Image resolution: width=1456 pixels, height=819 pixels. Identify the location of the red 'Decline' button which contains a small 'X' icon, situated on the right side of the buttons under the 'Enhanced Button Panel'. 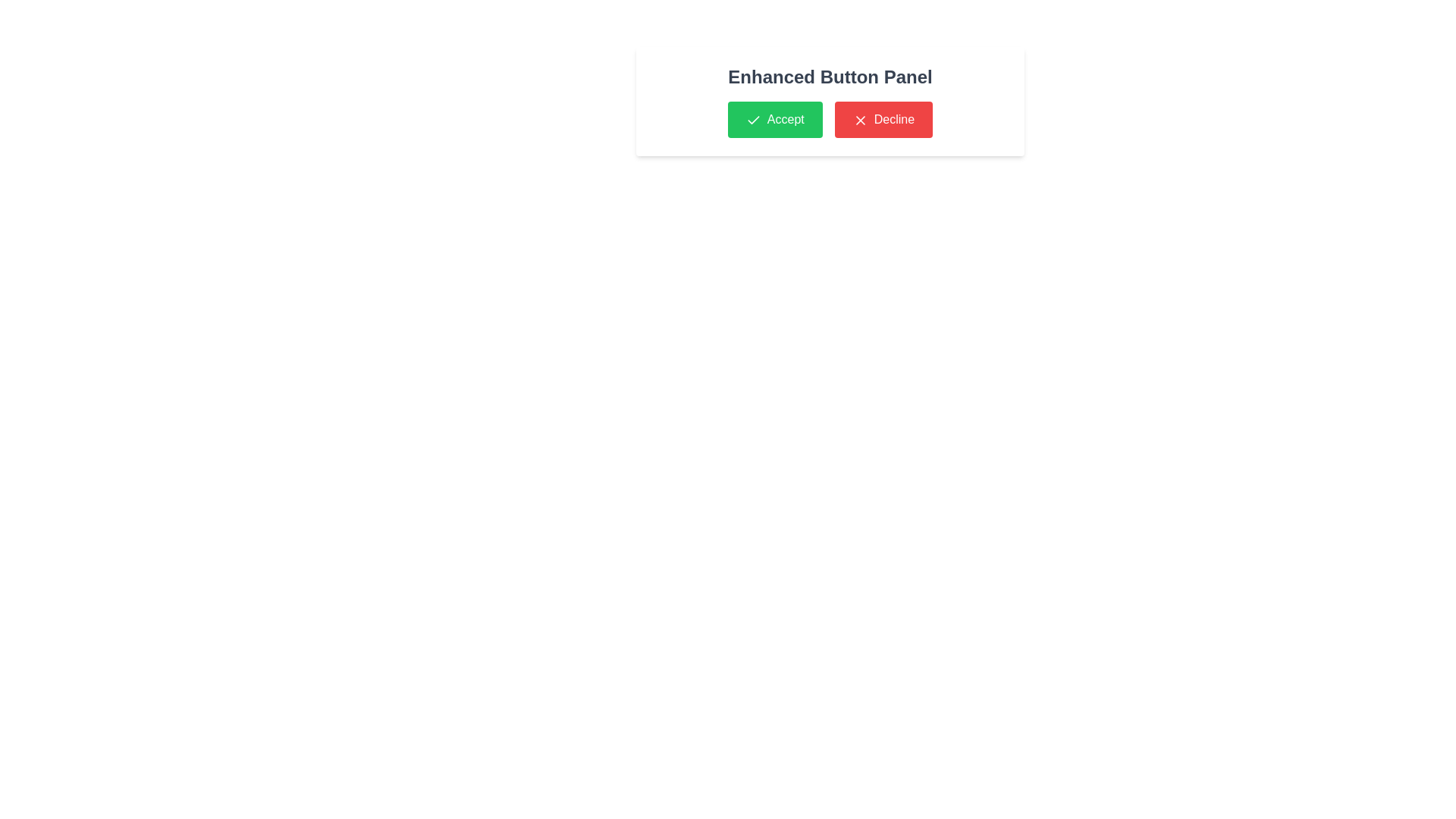
(860, 119).